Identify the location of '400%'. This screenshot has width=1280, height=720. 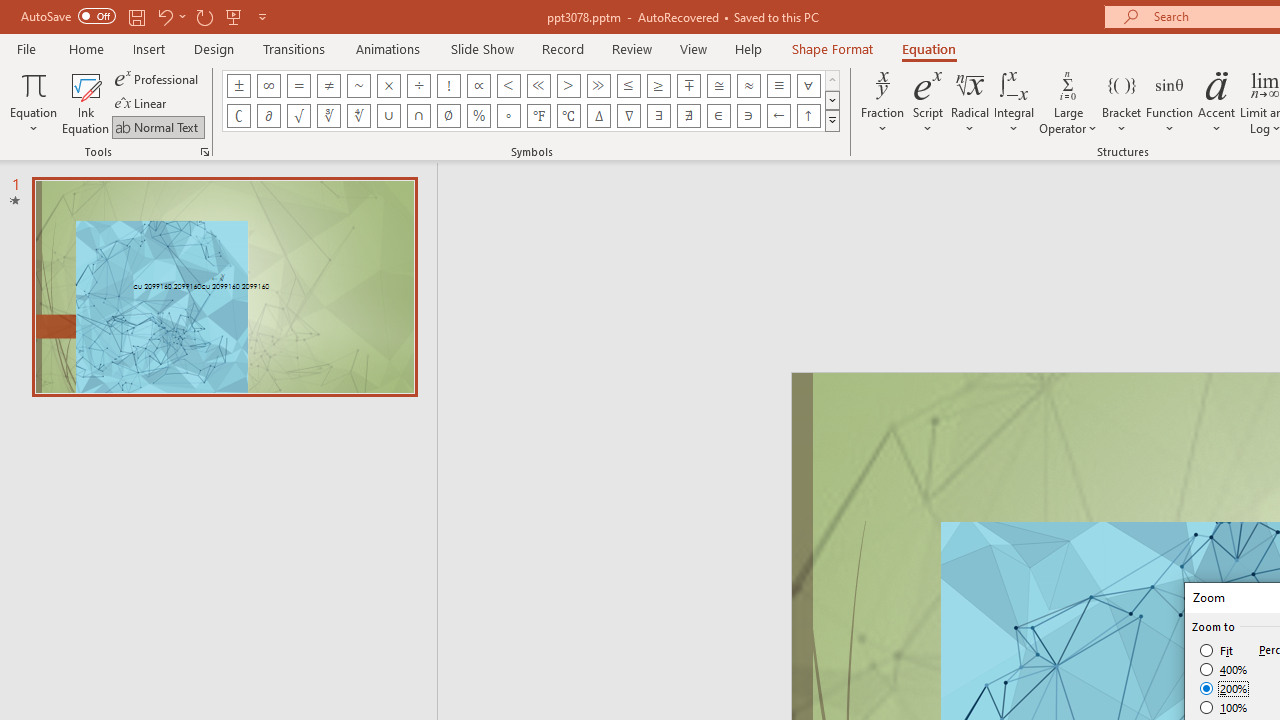
(1223, 669).